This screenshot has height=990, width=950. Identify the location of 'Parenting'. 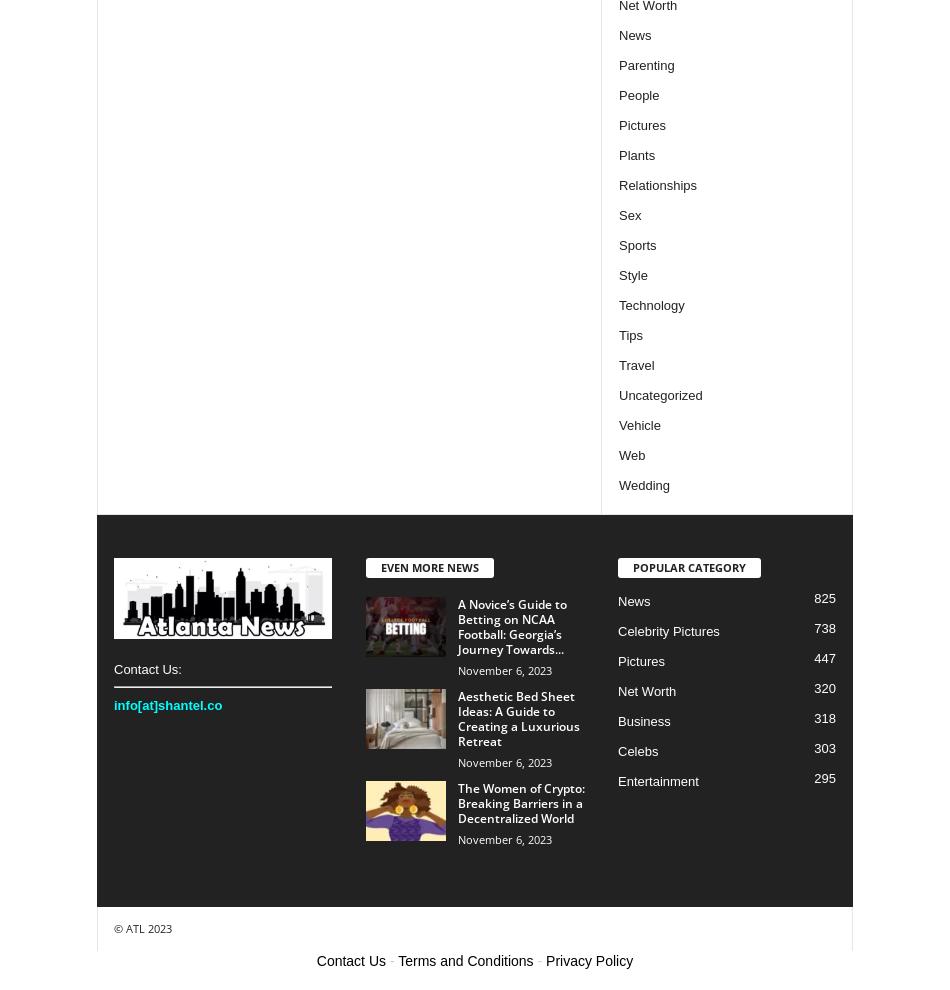
(646, 64).